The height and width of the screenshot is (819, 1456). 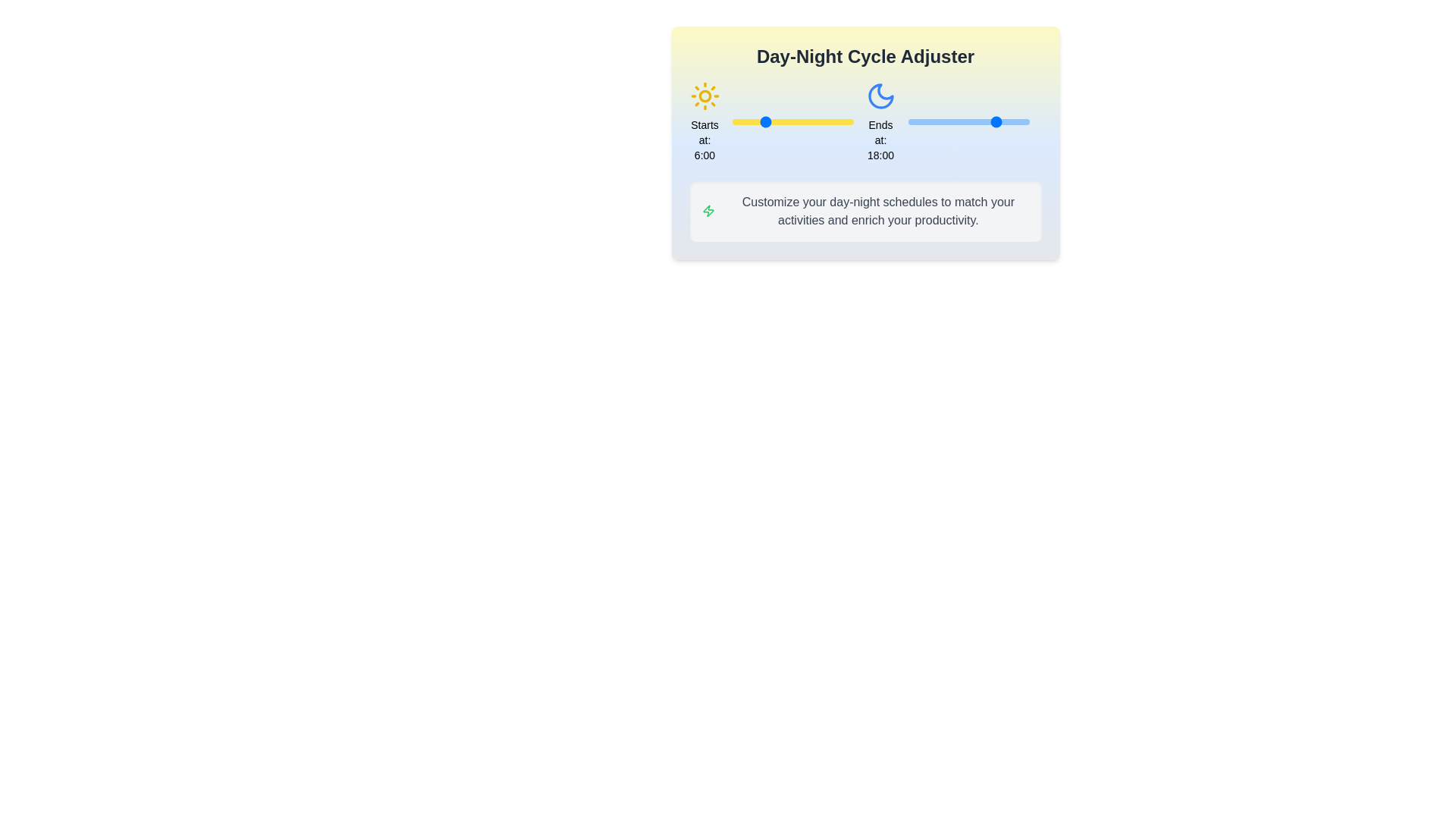 I want to click on the start time of the day cycle to 0 hours using the left slider, so click(x=732, y=121).